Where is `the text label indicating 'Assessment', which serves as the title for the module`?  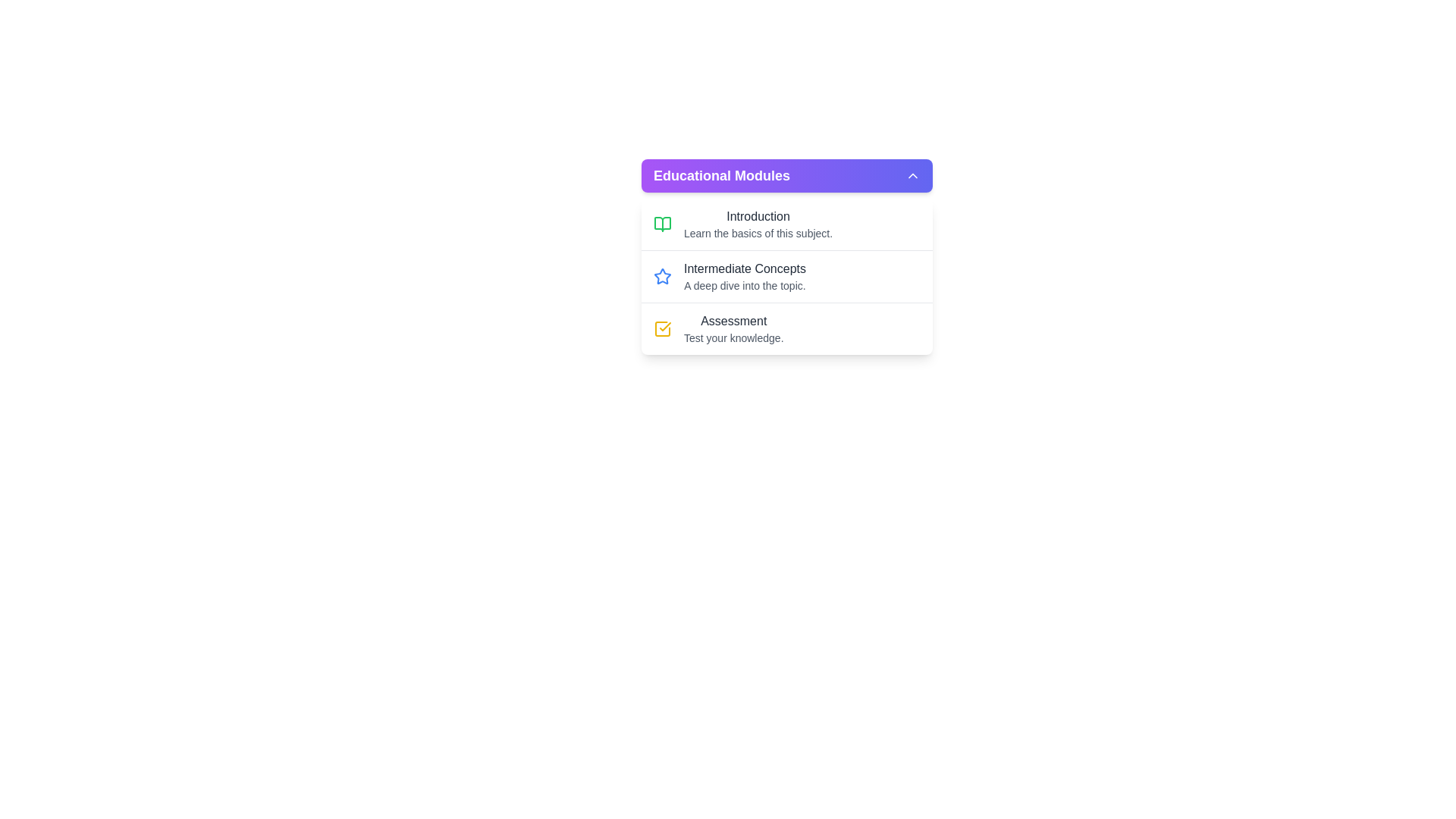
the text label indicating 'Assessment', which serves as the title for the module is located at coordinates (733, 321).